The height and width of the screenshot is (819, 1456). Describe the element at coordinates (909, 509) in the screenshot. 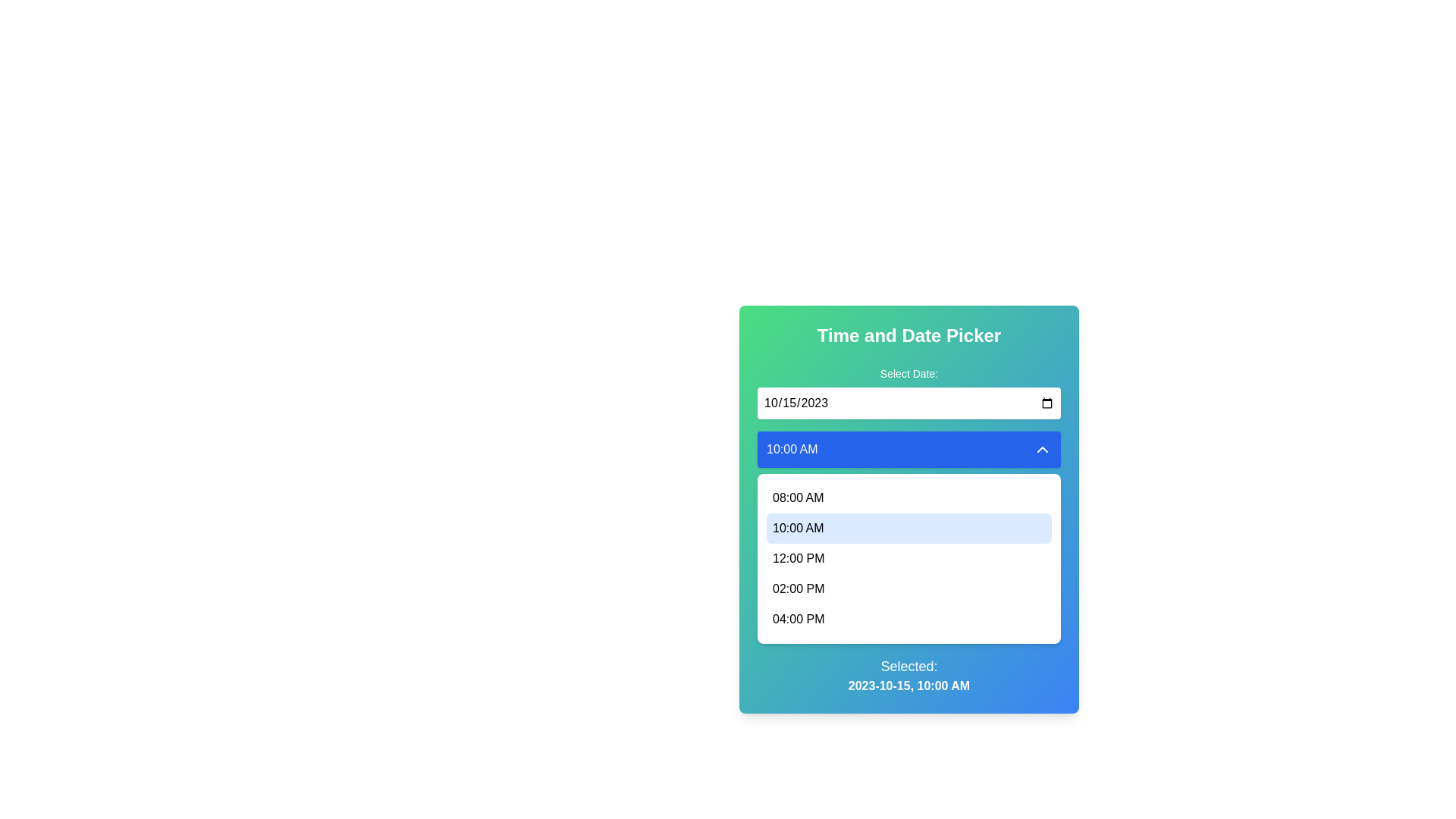

I see `the second item in the 'Time and Date Picker' dropdown list to observe its hover style` at that location.